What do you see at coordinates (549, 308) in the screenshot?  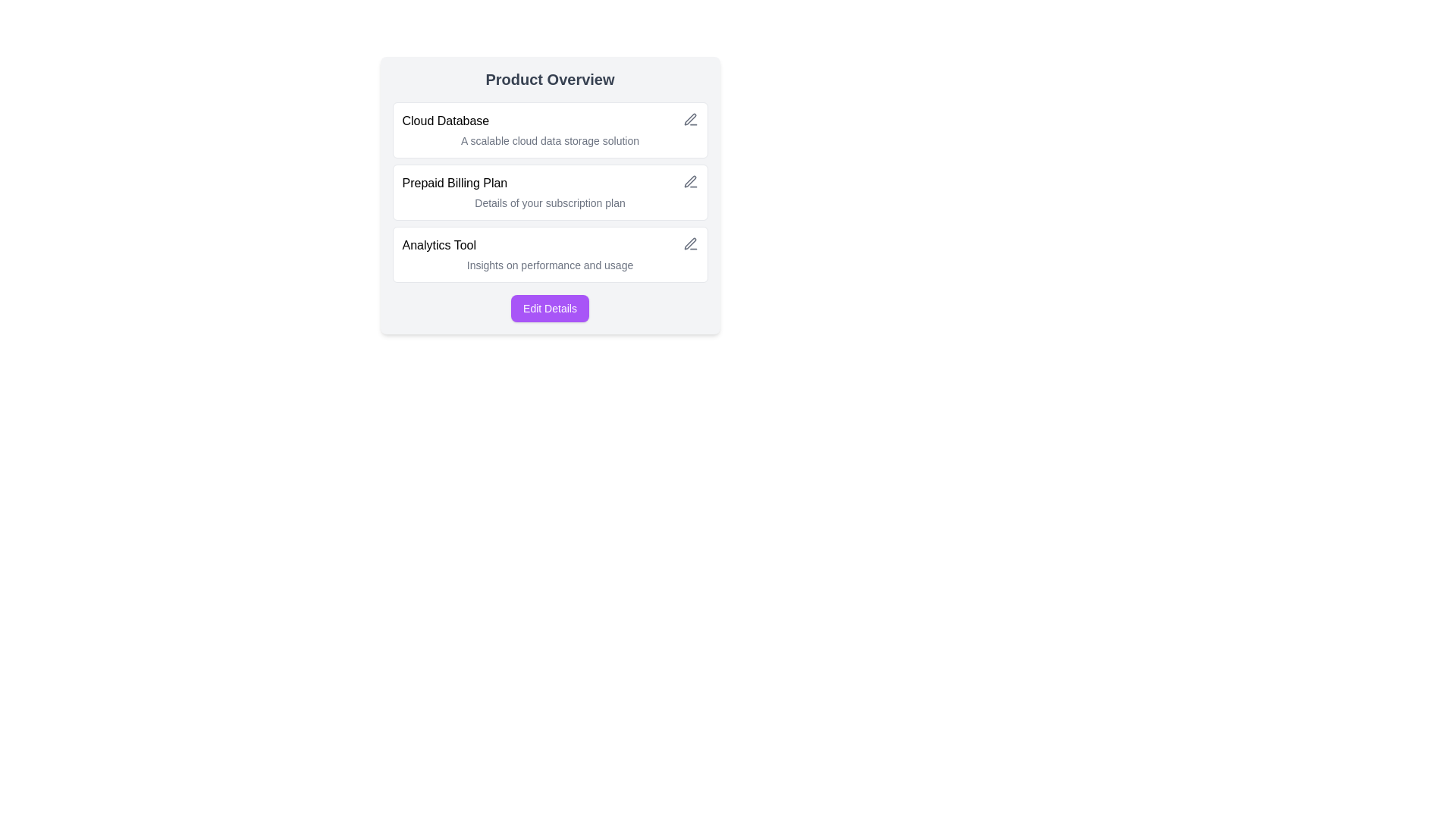 I see `the button located at the bottom of the 'Product Overview' section` at bounding box center [549, 308].